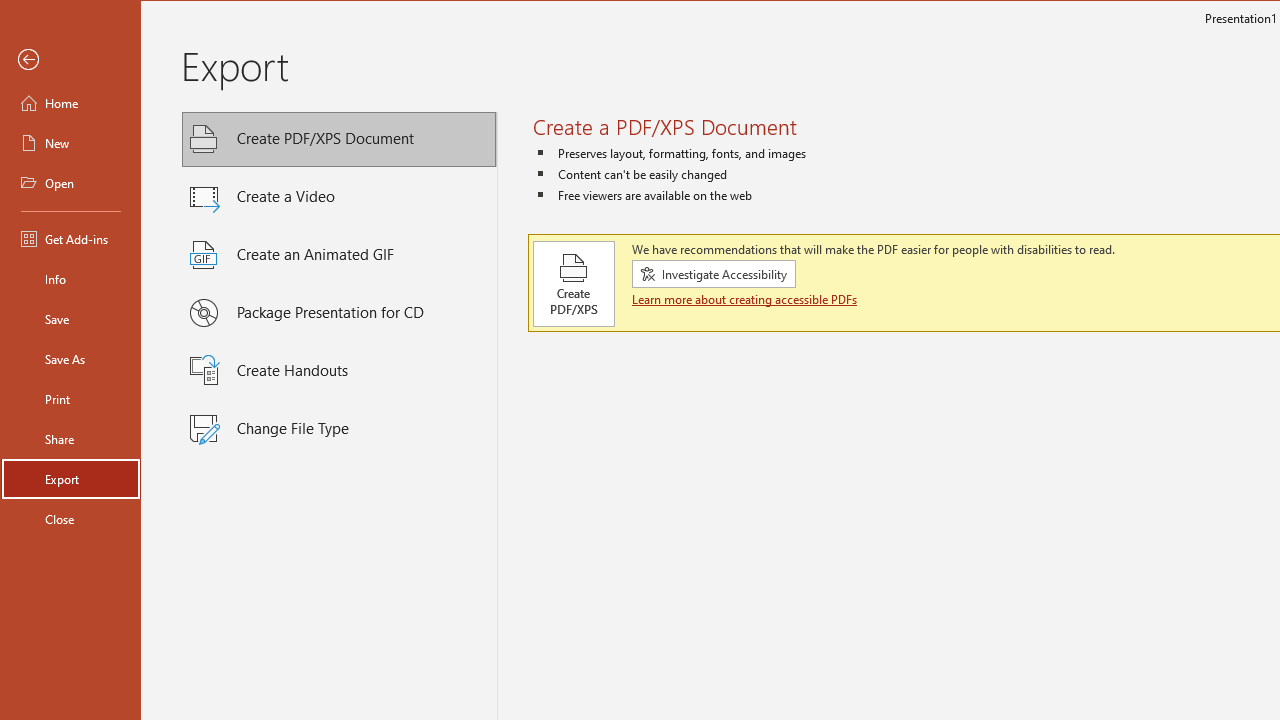 The height and width of the screenshot is (720, 1280). Describe the element at coordinates (714, 273) in the screenshot. I see `'Investigate Accessibility'` at that location.